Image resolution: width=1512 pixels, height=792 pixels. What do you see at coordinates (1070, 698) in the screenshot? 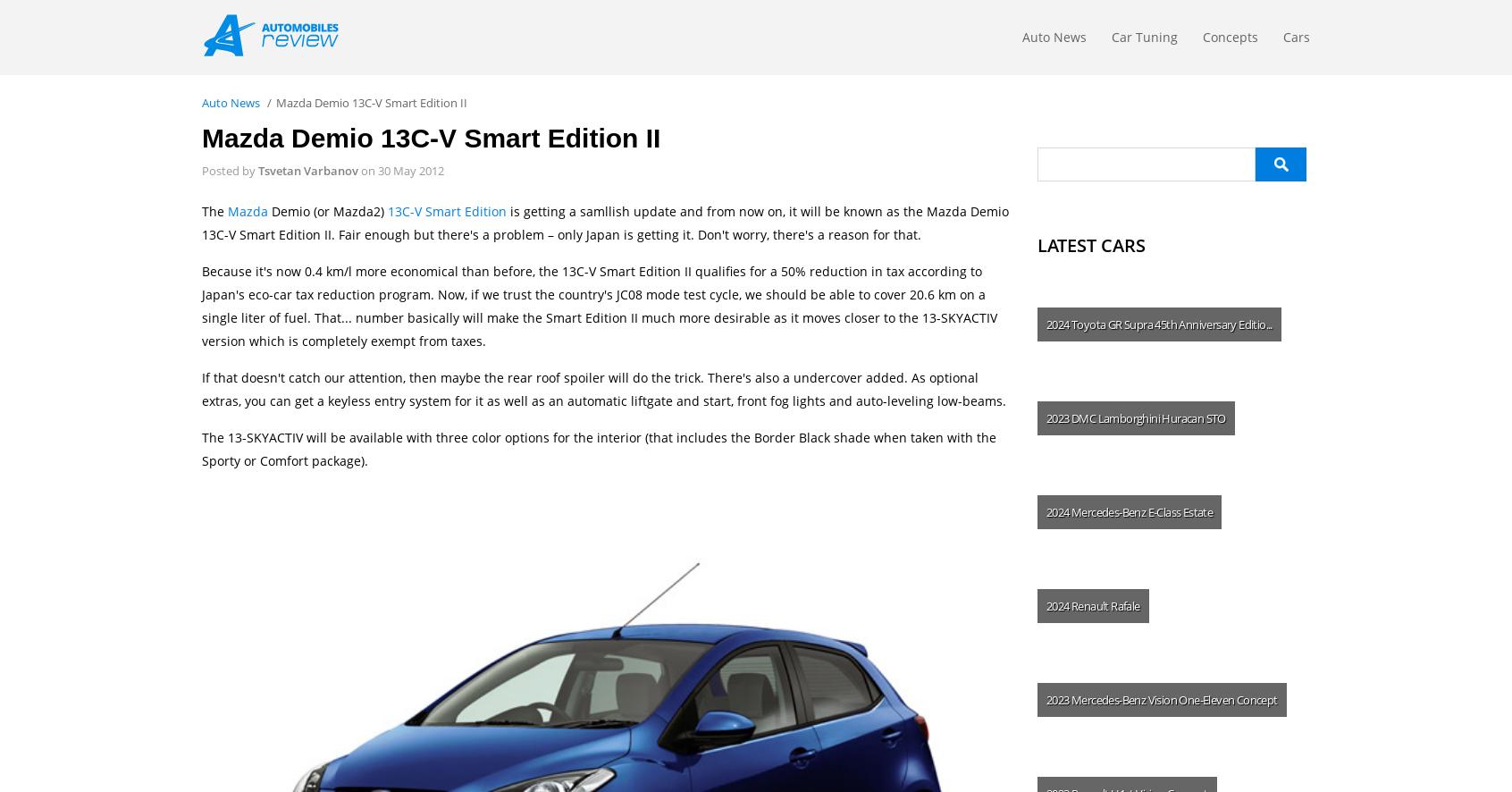
I see `'Mercedes-Benz Vision One-Eleven Concept'` at bounding box center [1070, 698].